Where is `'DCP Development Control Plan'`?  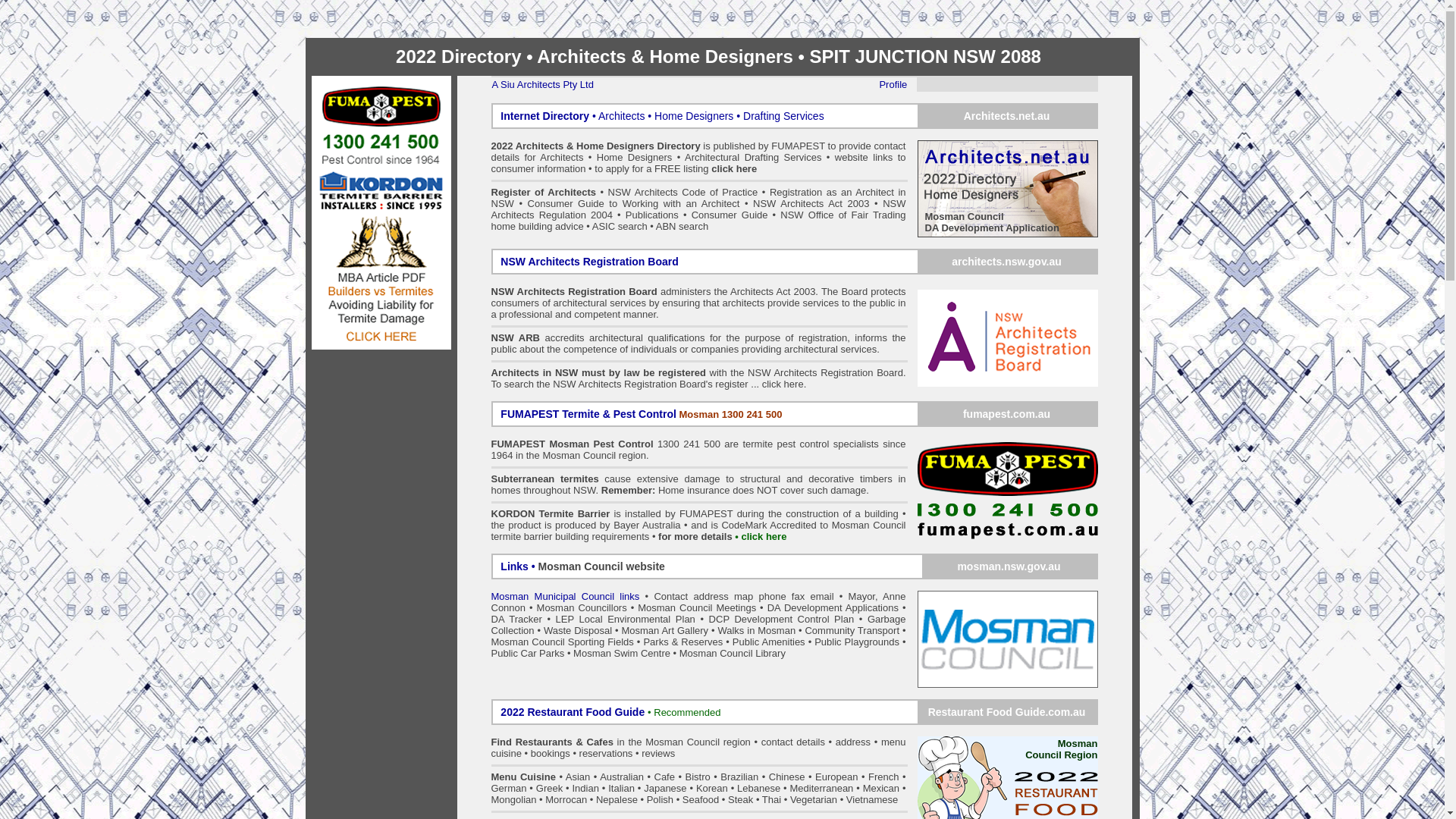
'DCP Development Control Plan' is located at coordinates (782, 619).